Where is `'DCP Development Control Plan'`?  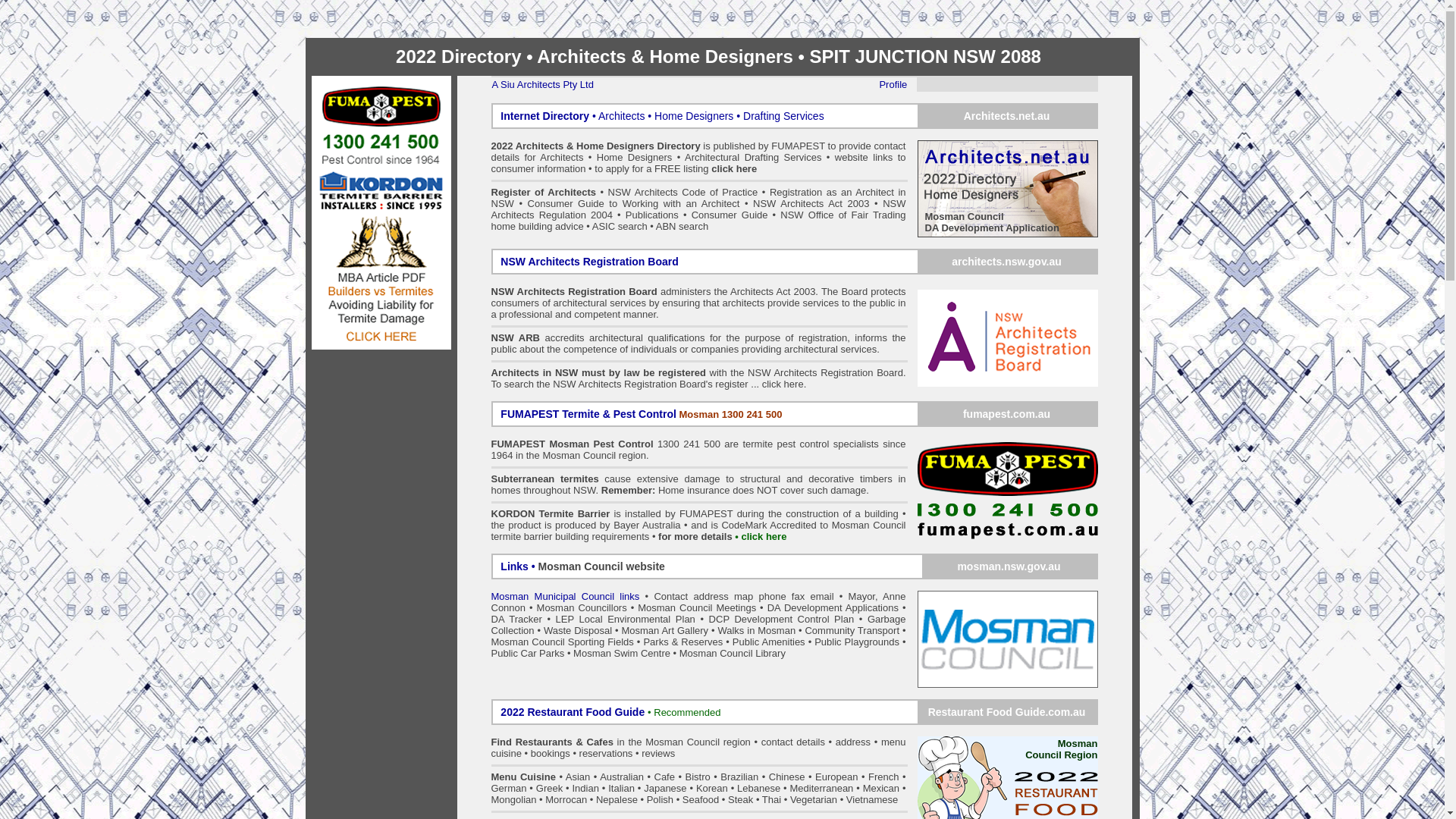
'DCP Development Control Plan' is located at coordinates (782, 619).